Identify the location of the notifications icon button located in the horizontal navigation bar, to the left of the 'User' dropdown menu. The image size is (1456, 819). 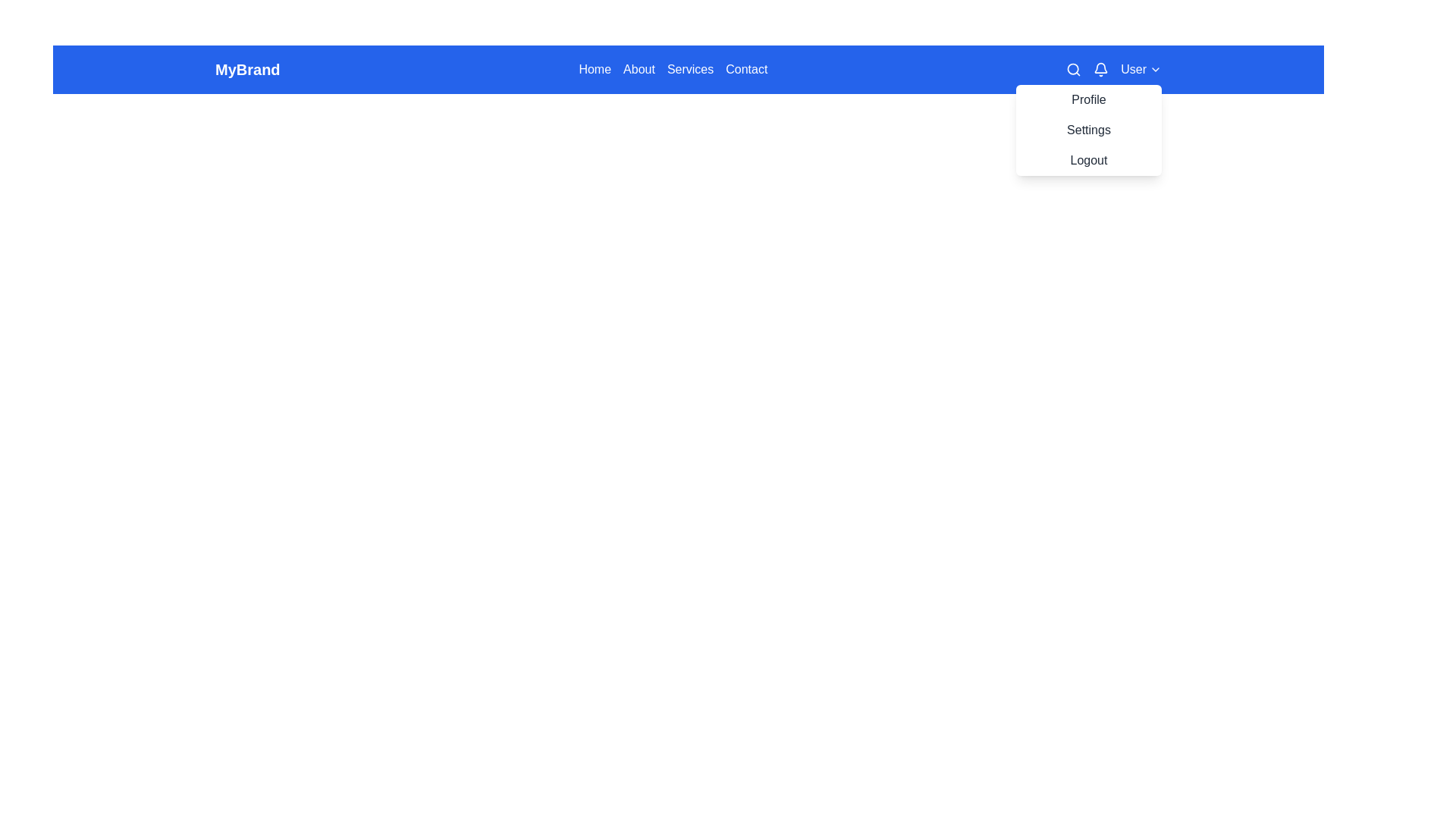
(1101, 70).